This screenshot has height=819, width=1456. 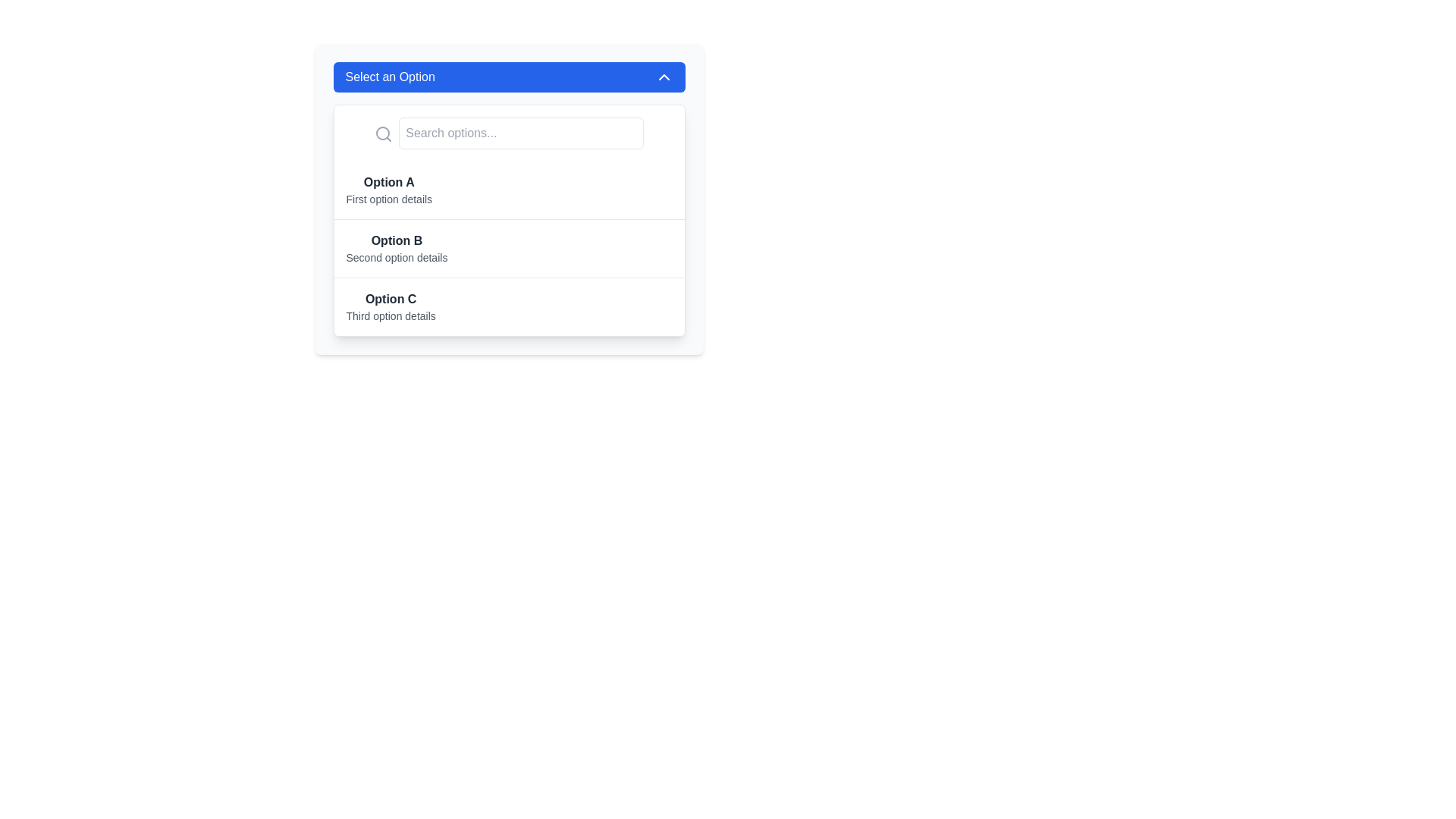 I want to click on text within the search input field located just below the blue header labeled 'Select an Option.', so click(x=509, y=133).